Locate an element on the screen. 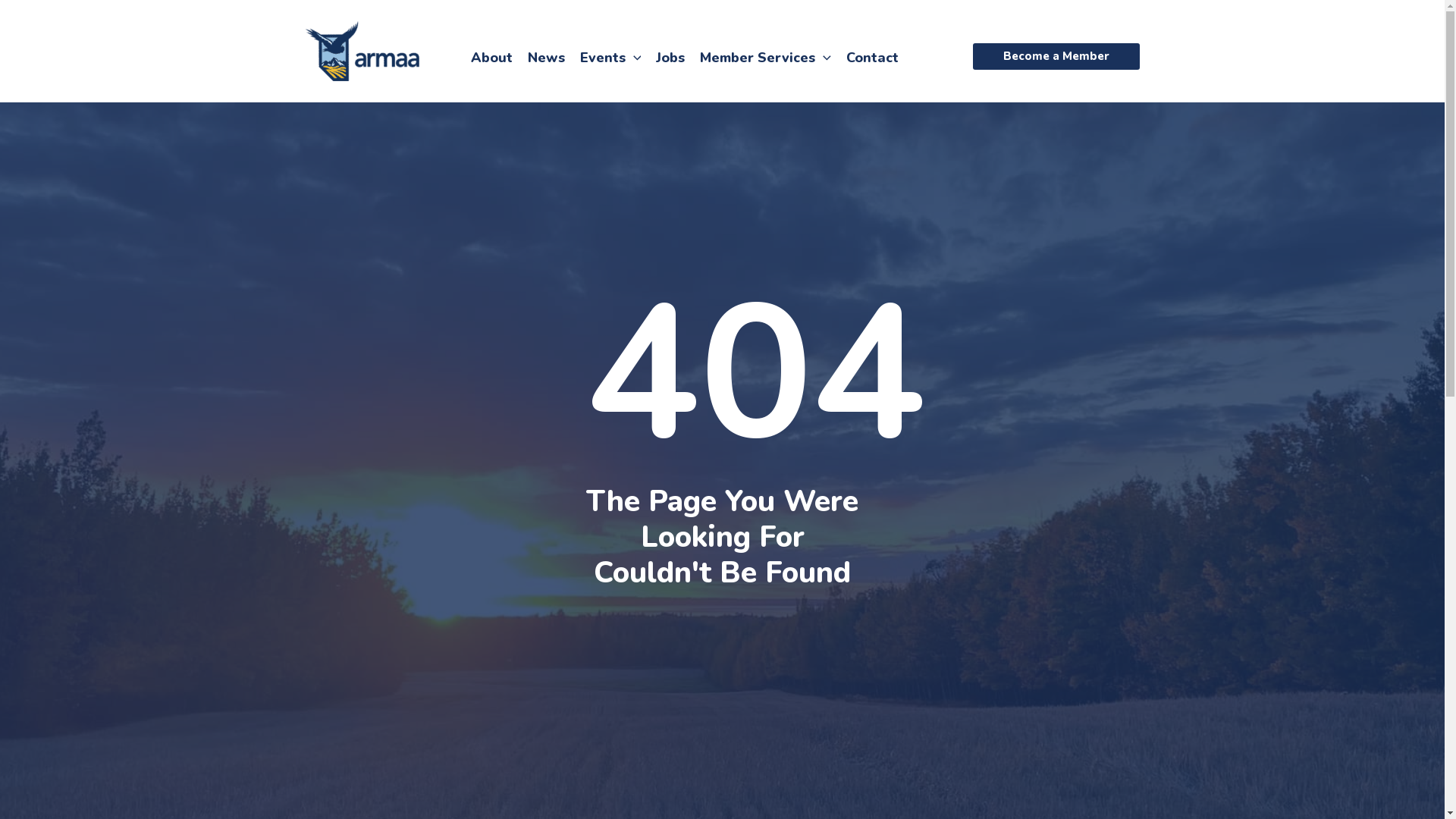  'Become a Member' is located at coordinates (1055, 55).